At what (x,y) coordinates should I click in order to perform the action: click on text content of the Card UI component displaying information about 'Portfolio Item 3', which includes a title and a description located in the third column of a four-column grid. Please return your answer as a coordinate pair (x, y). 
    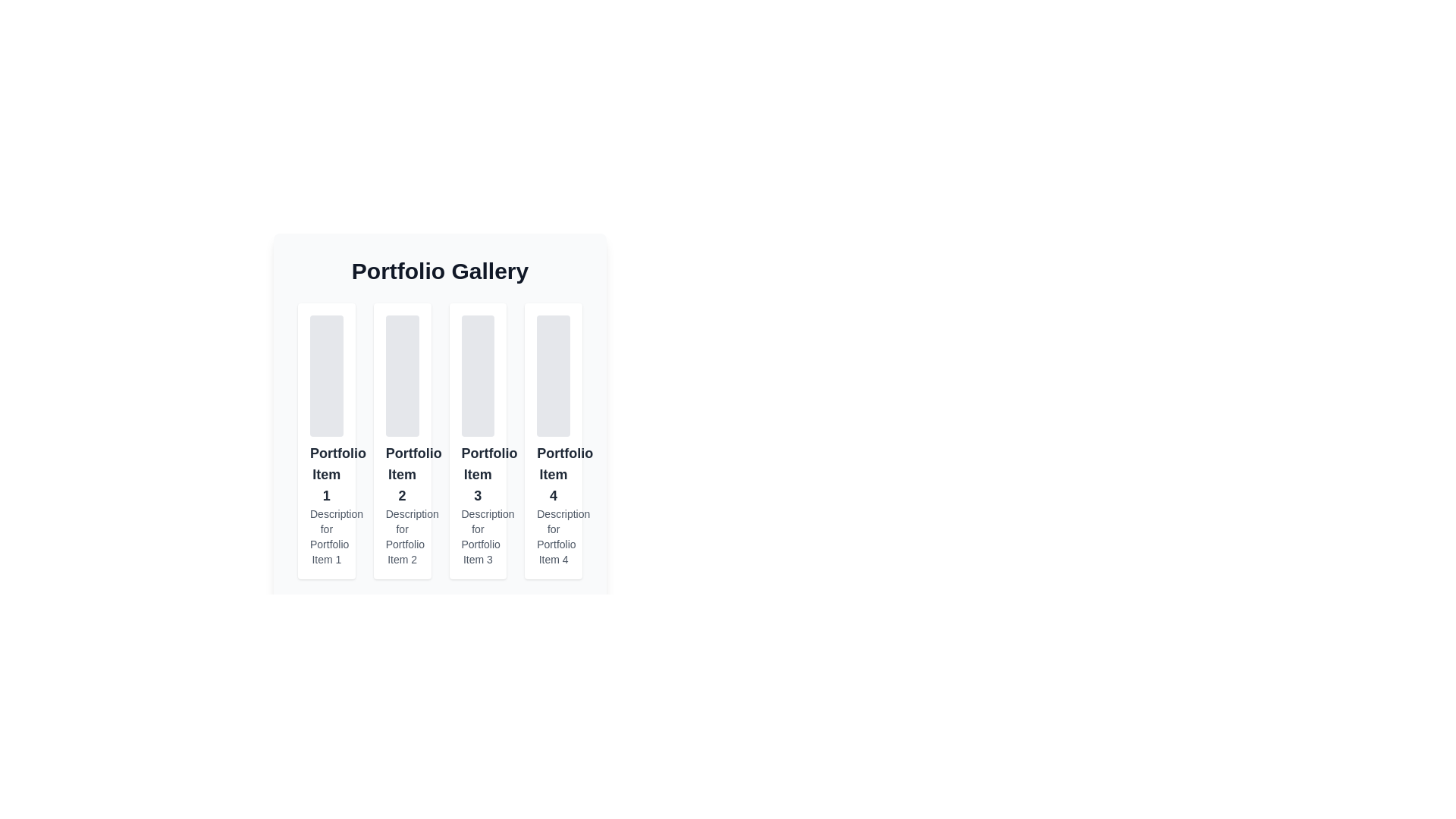
    Looking at the image, I should click on (477, 441).